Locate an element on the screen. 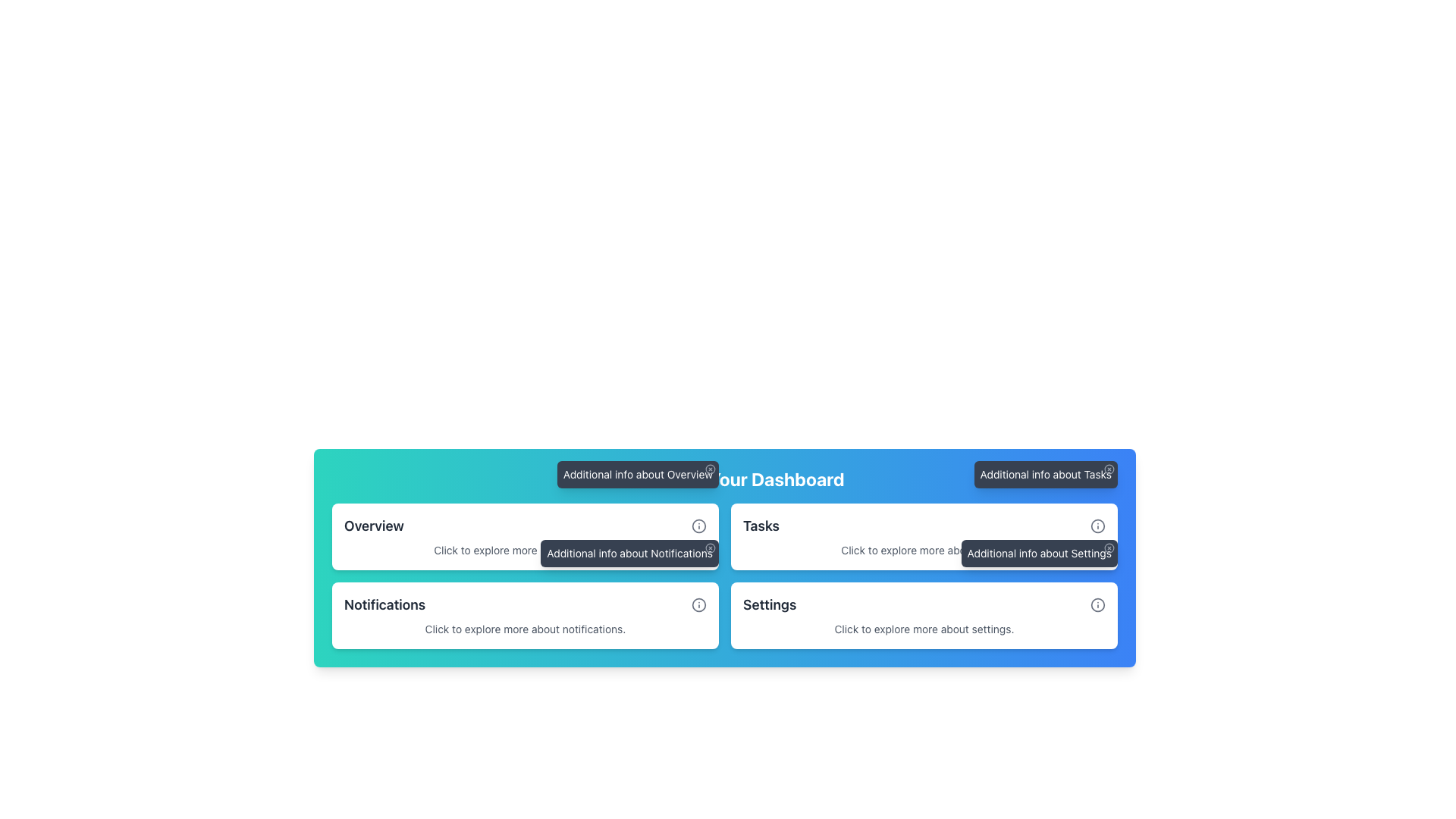 The image size is (1456, 819). the heading element displaying 'Welcome to Your Dashboard' to apply accessibility tools is located at coordinates (723, 479).